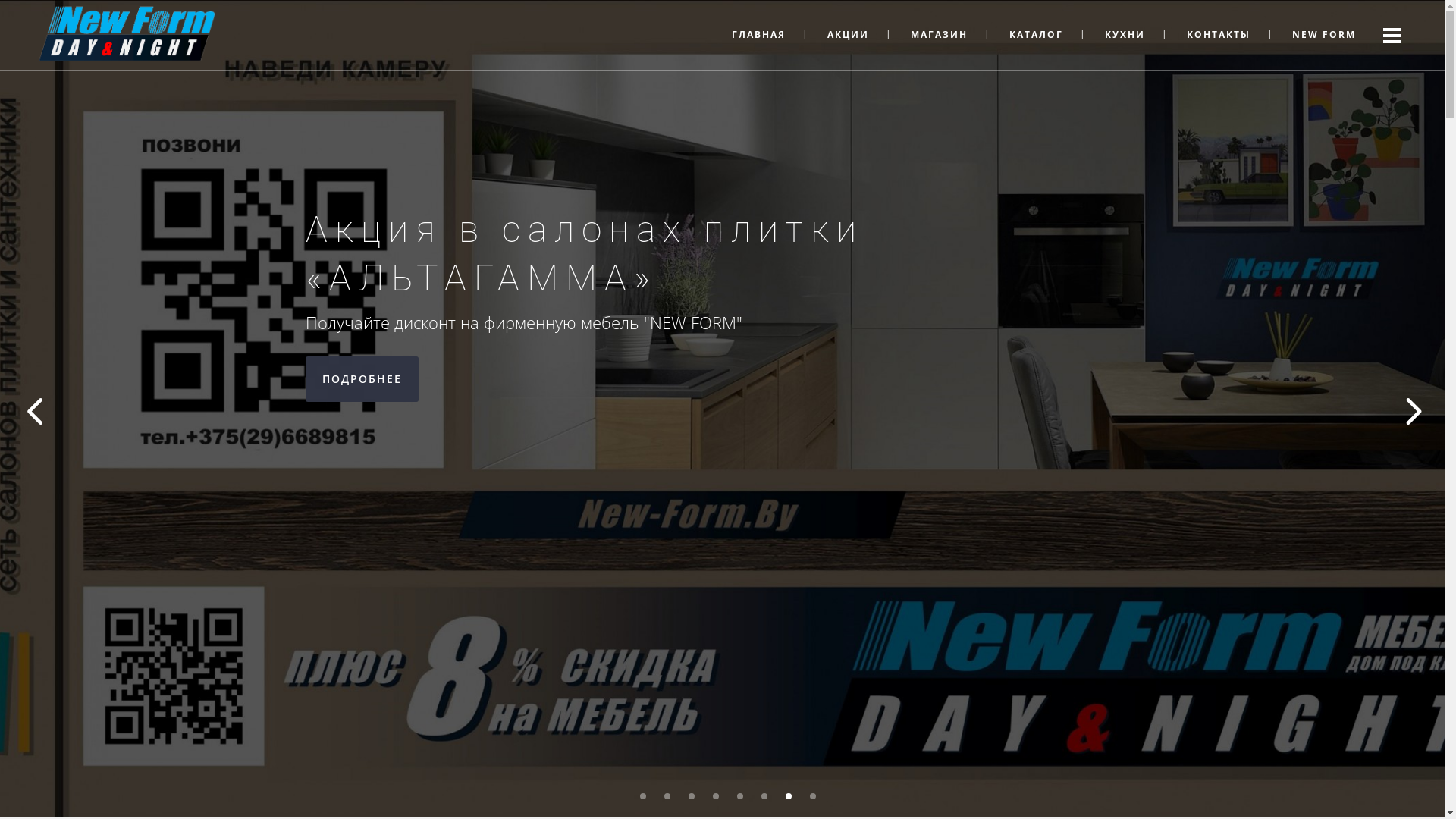 The width and height of the screenshot is (1456, 819). Describe the element at coordinates (1392, 34) in the screenshot. I see `' '` at that location.